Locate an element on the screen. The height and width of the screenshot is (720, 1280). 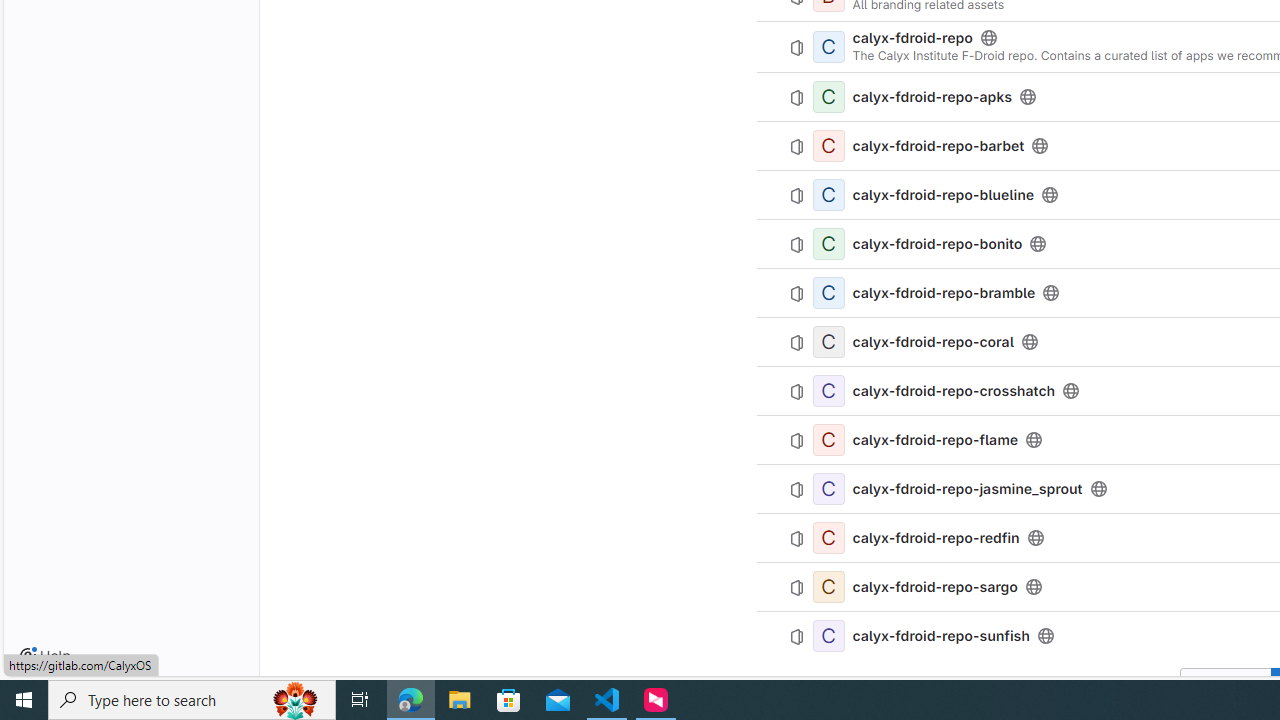
'calyx-fdroid-repo-sargo' is located at coordinates (934, 585).